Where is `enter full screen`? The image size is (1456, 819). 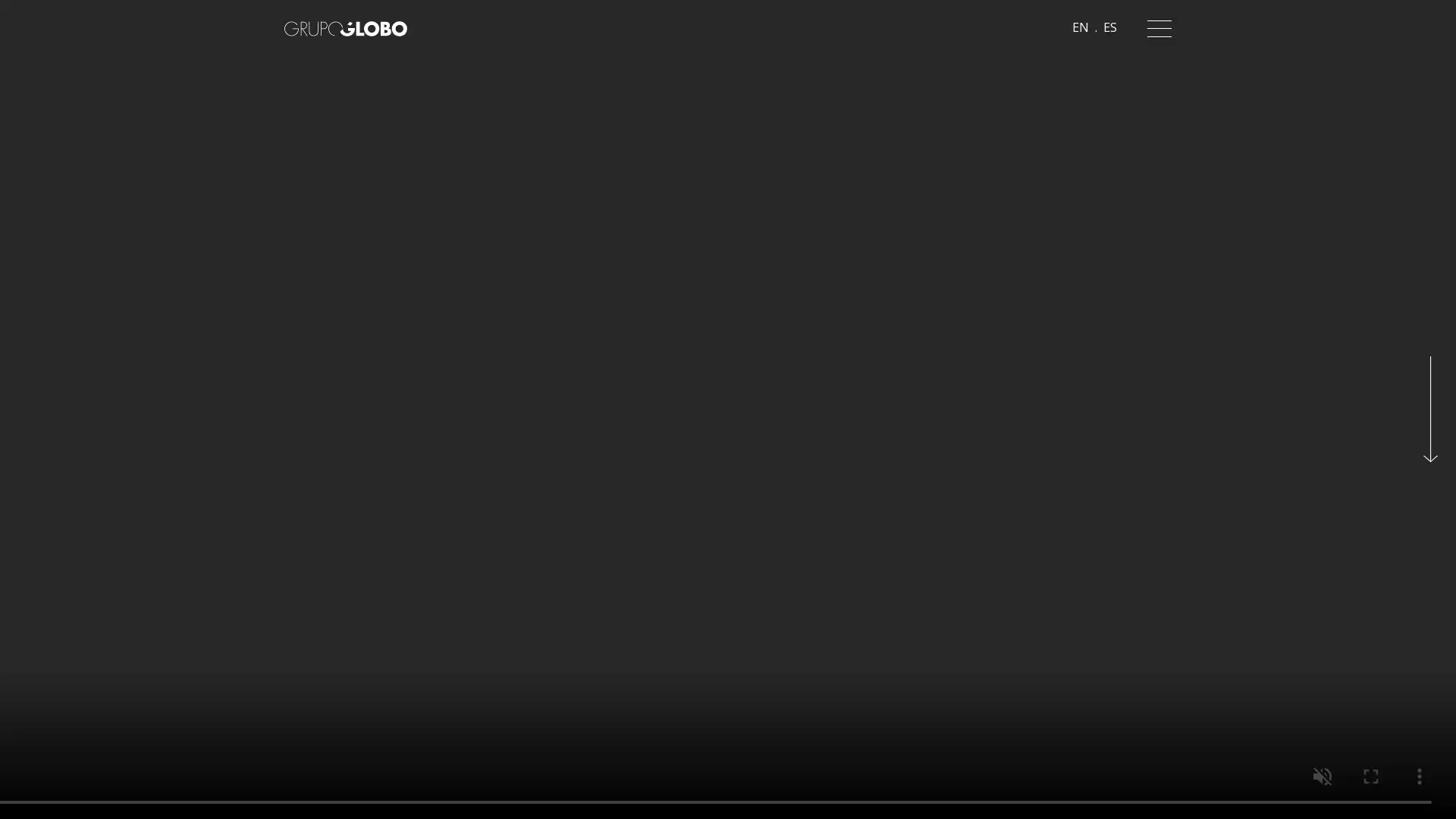
enter full screen is located at coordinates (1371, 776).